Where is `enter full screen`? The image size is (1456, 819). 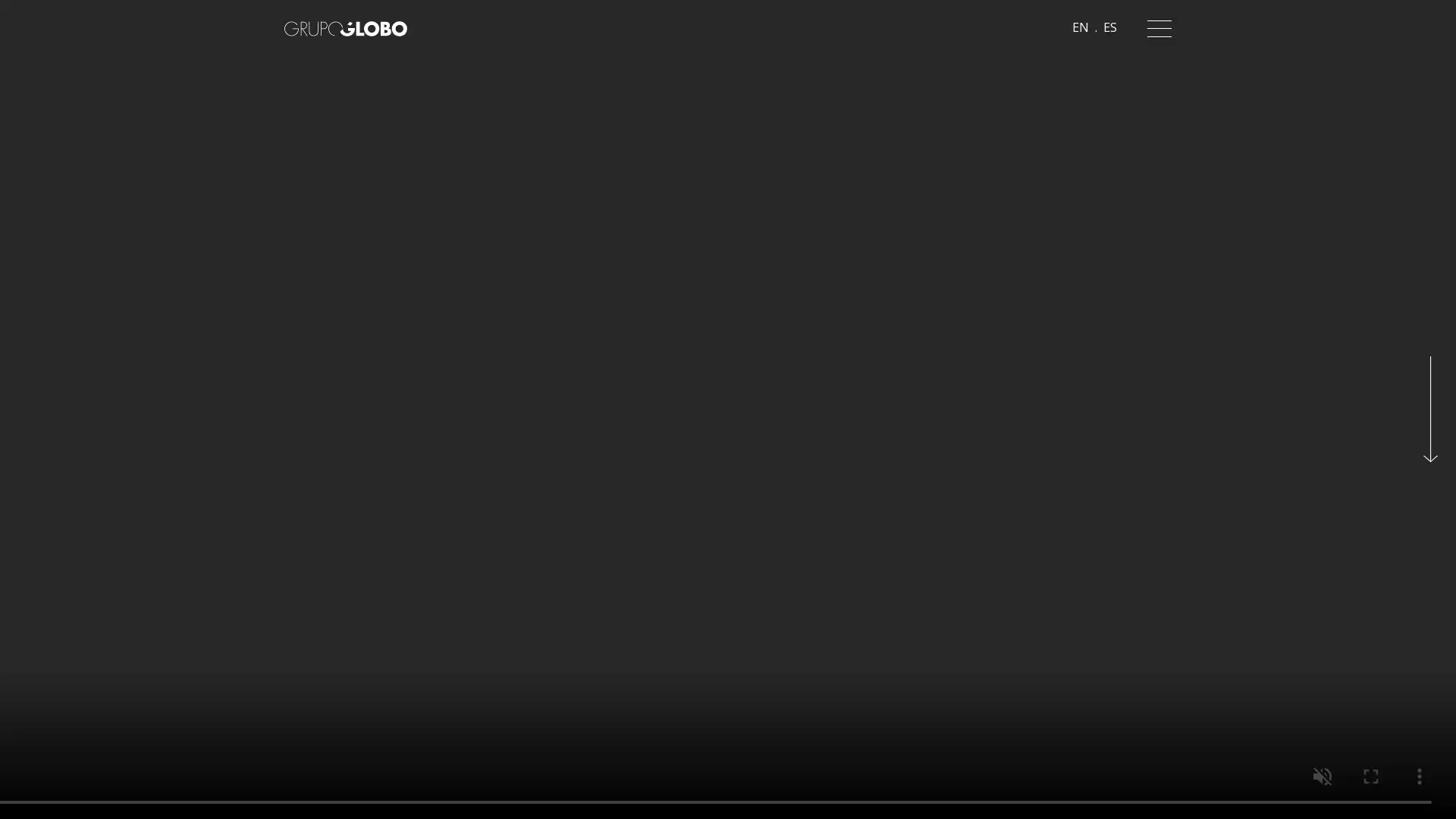
enter full screen is located at coordinates (1371, 776).